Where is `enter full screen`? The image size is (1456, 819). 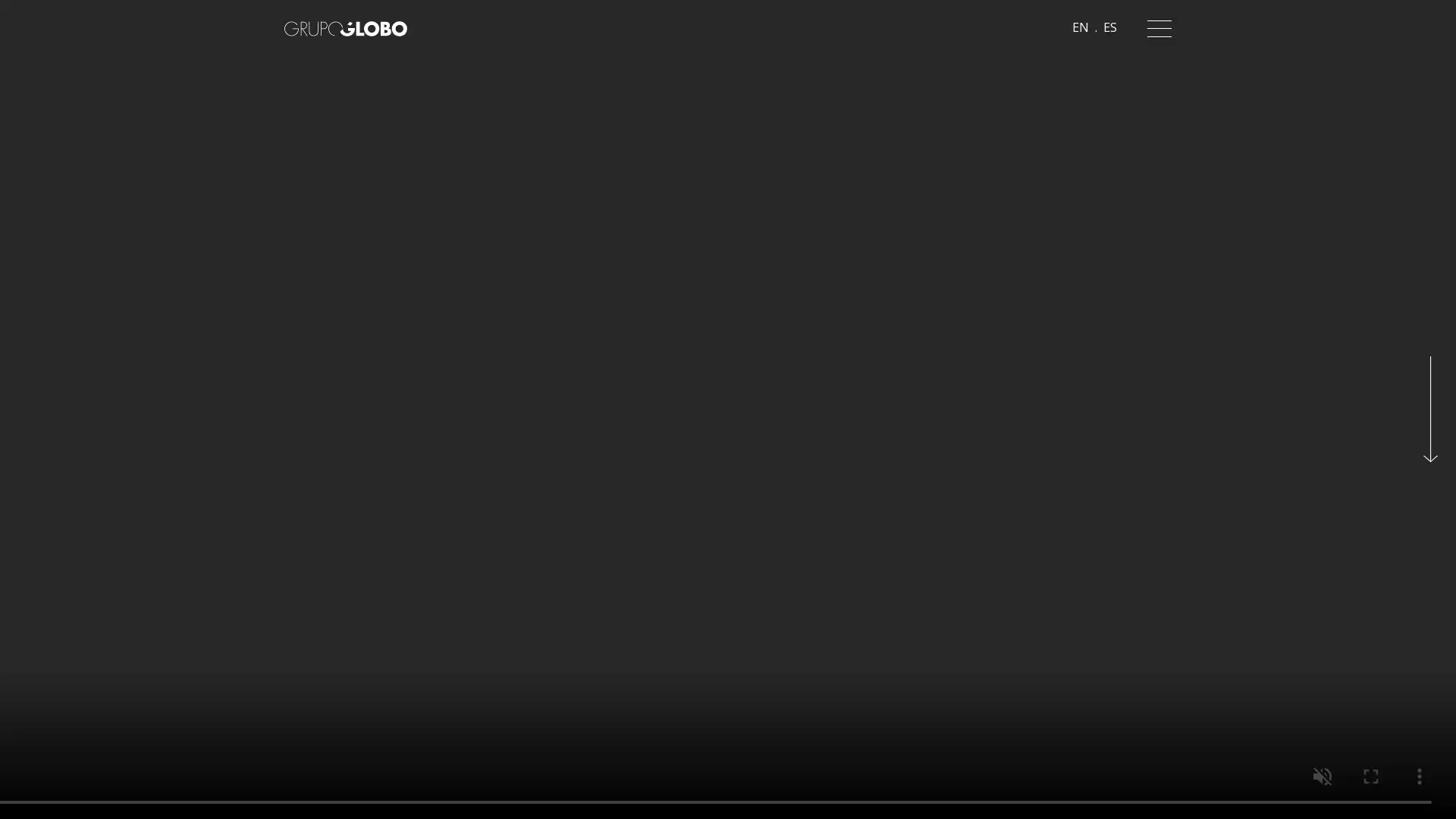
enter full screen is located at coordinates (1371, 776).